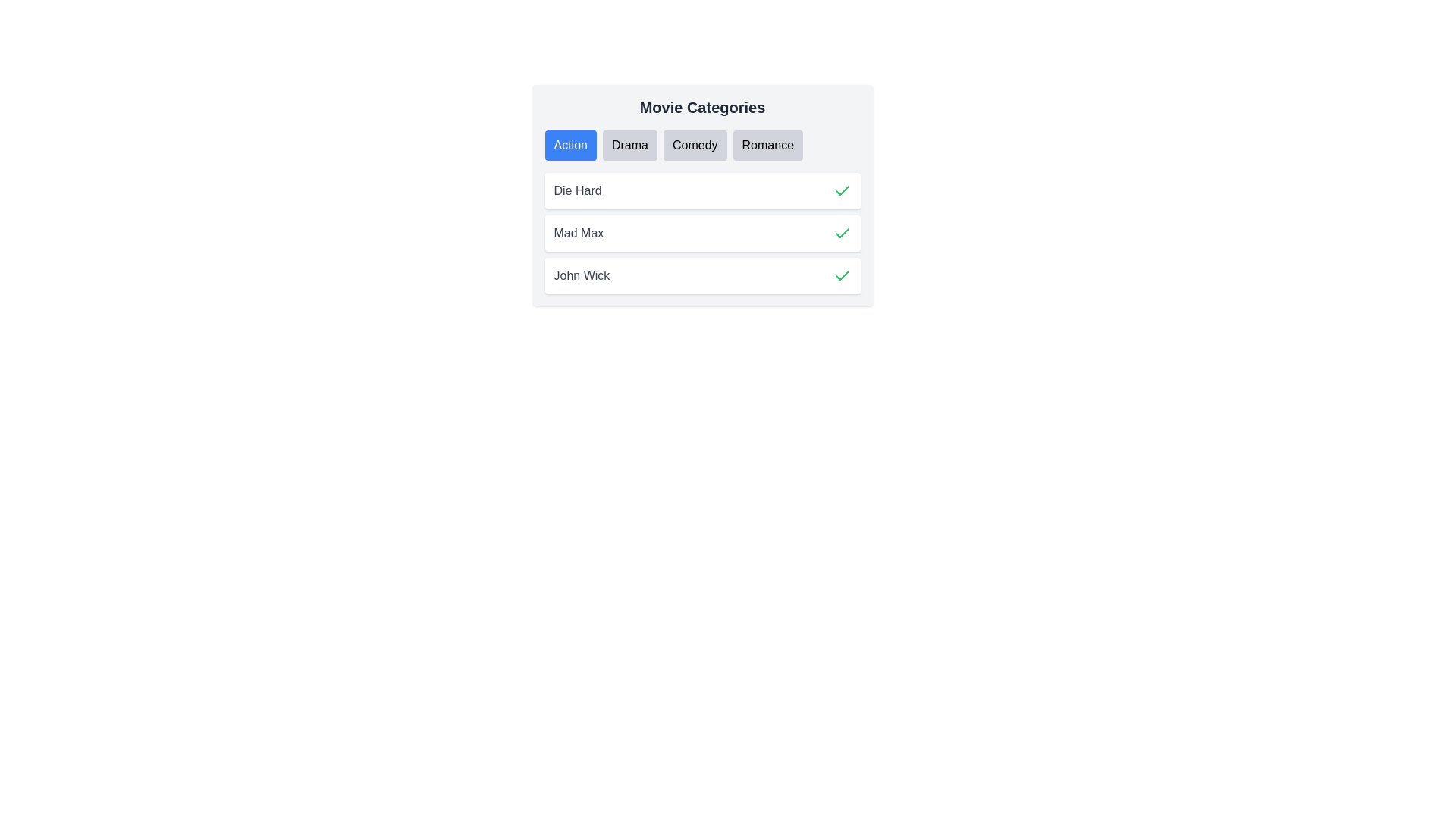 The image size is (1456, 819). What do you see at coordinates (694, 146) in the screenshot?
I see `the 'Comedy' button, which is the third button in a horizontal list below the 'Movie Categories' heading` at bounding box center [694, 146].